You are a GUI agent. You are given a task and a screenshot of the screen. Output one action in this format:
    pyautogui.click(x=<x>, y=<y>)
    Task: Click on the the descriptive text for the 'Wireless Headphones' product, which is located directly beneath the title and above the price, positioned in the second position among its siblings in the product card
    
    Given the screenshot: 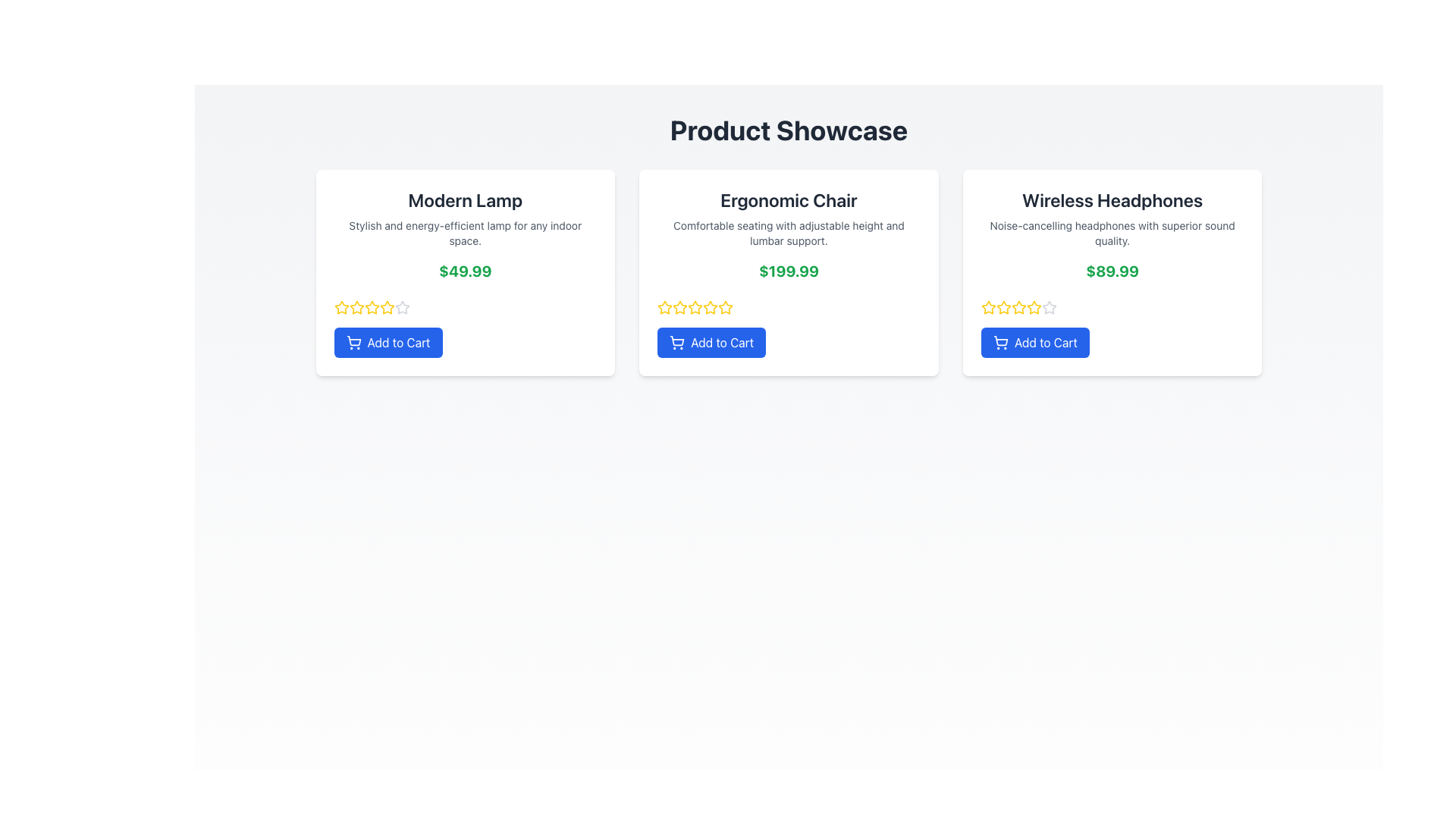 What is the action you would take?
    pyautogui.click(x=1112, y=234)
    